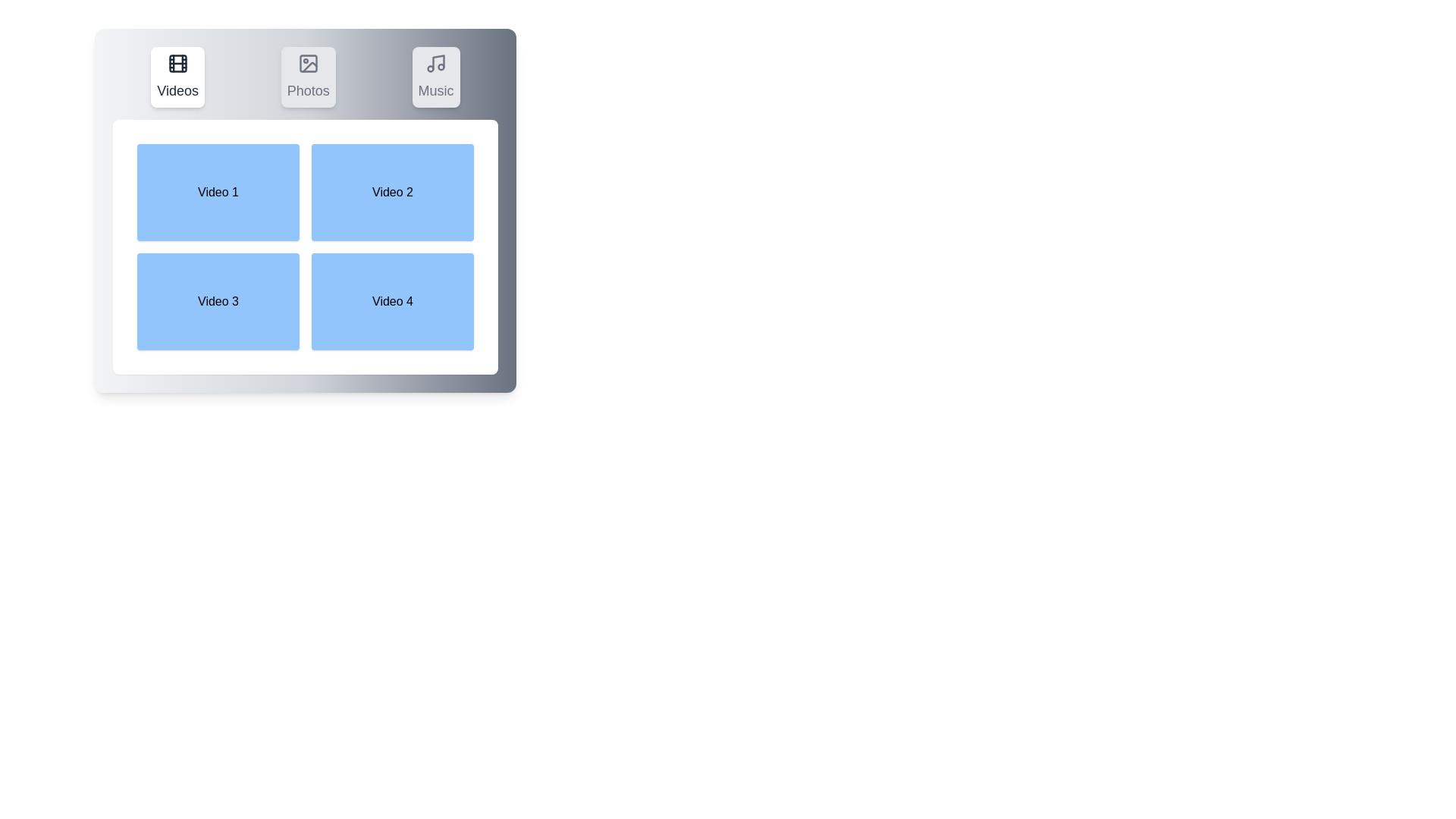 This screenshot has height=819, width=1456. What do you see at coordinates (218, 192) in the screenshot?
I see `the Video 1 Box to observe the hover effect` at bounding box center [218, 192].